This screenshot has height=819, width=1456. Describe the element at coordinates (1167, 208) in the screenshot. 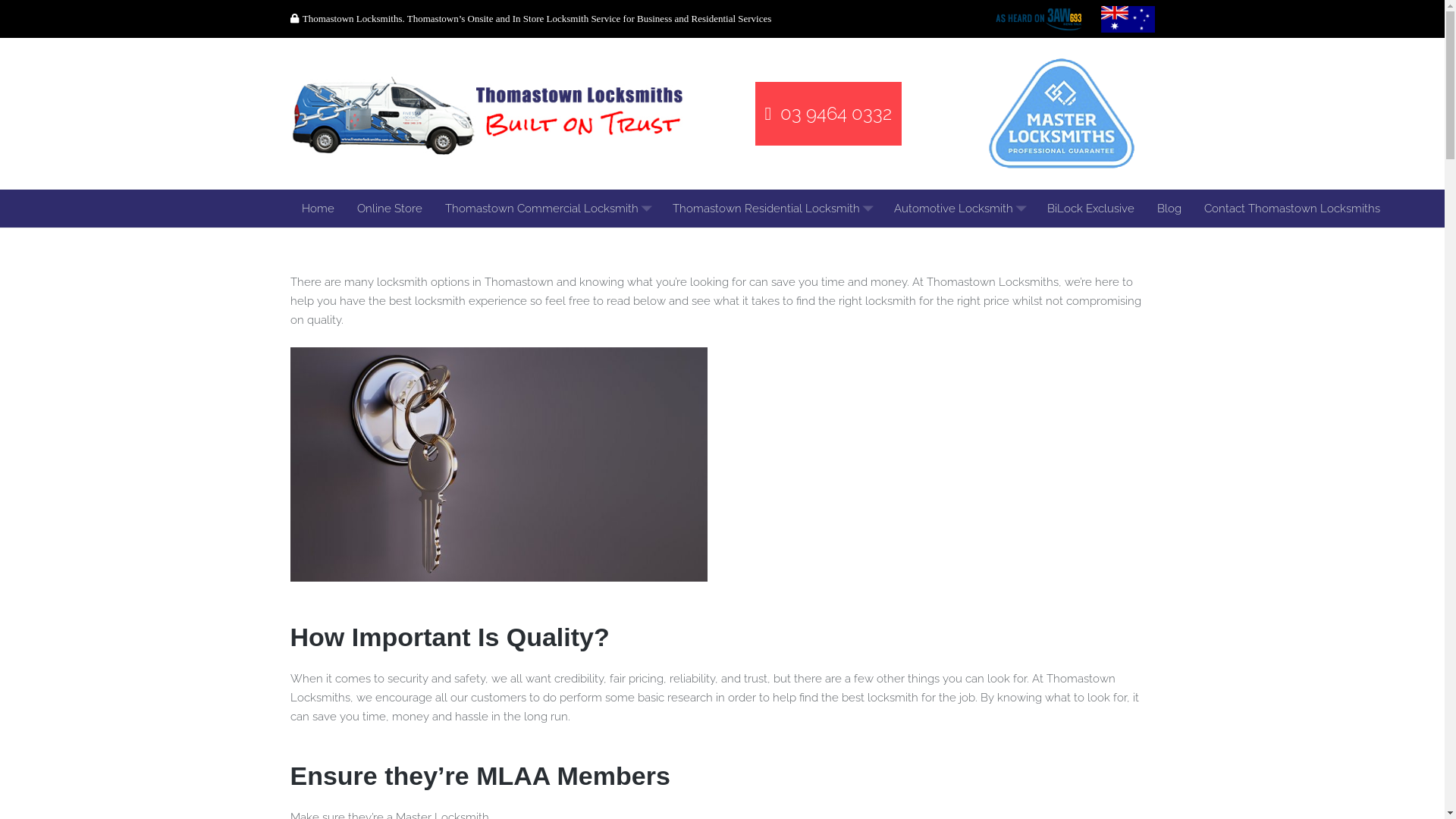

I see `'Blog'` at that location.